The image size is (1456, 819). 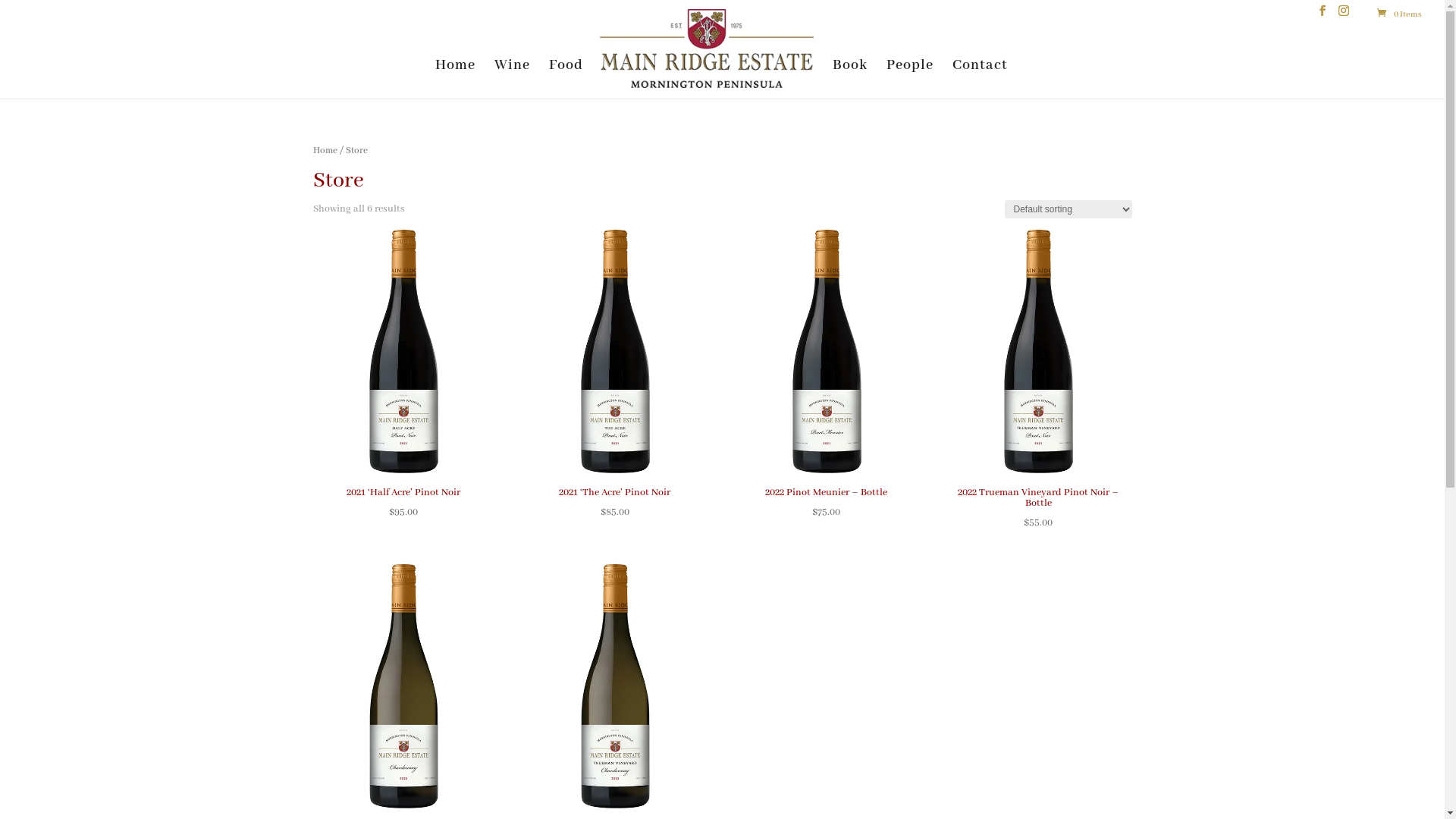 What do you see at coordinates (850, 76) in the screenshot?
I see `'Book'` at bounding box center [850, 76].